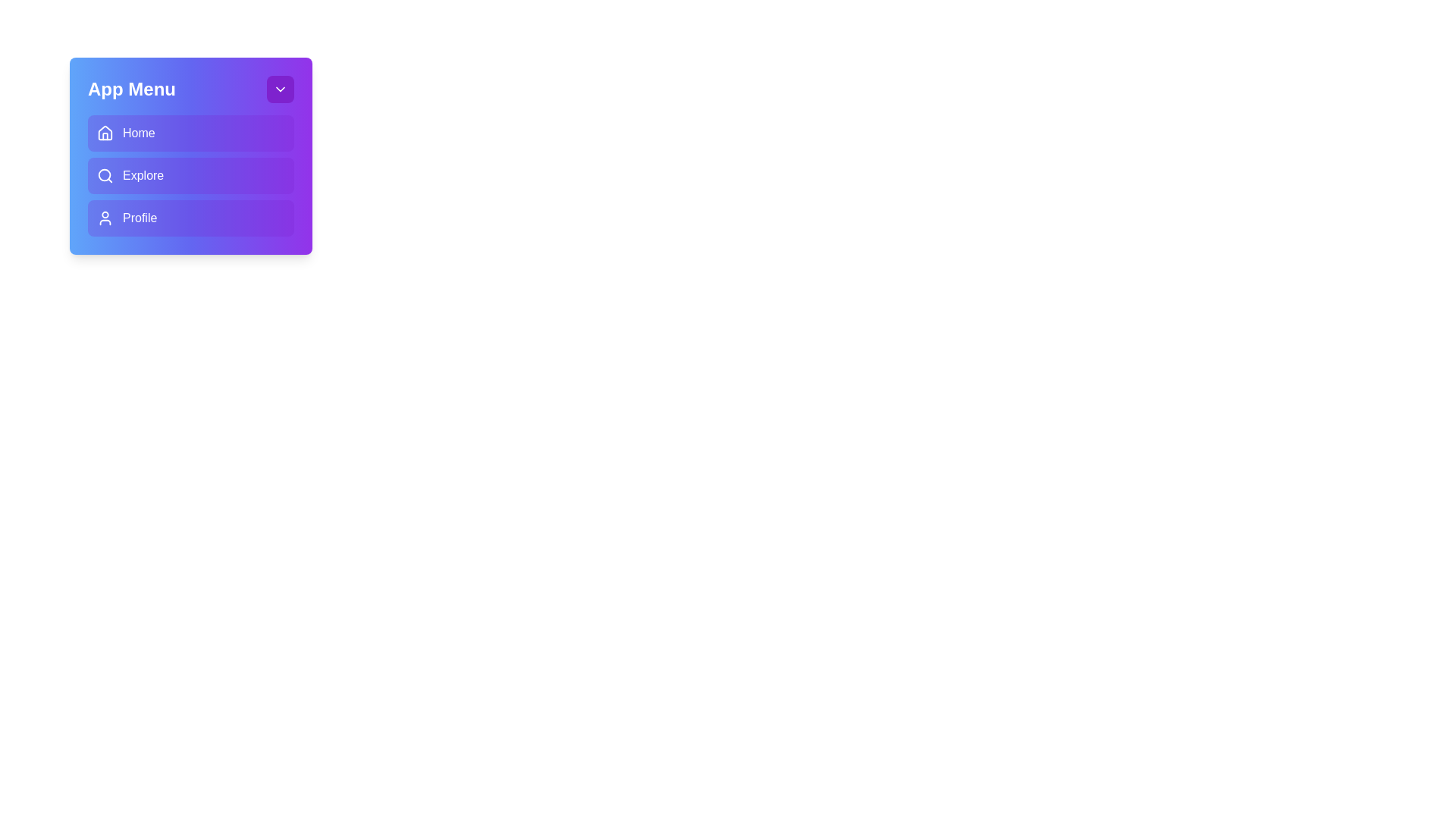 This screenshot has height=819, width=1456. What do you see at coordinates (105, 174) in the screenshot?
I see `the search icon located at the start of the 'Explore' menu item` at bounding box center [105, 174].